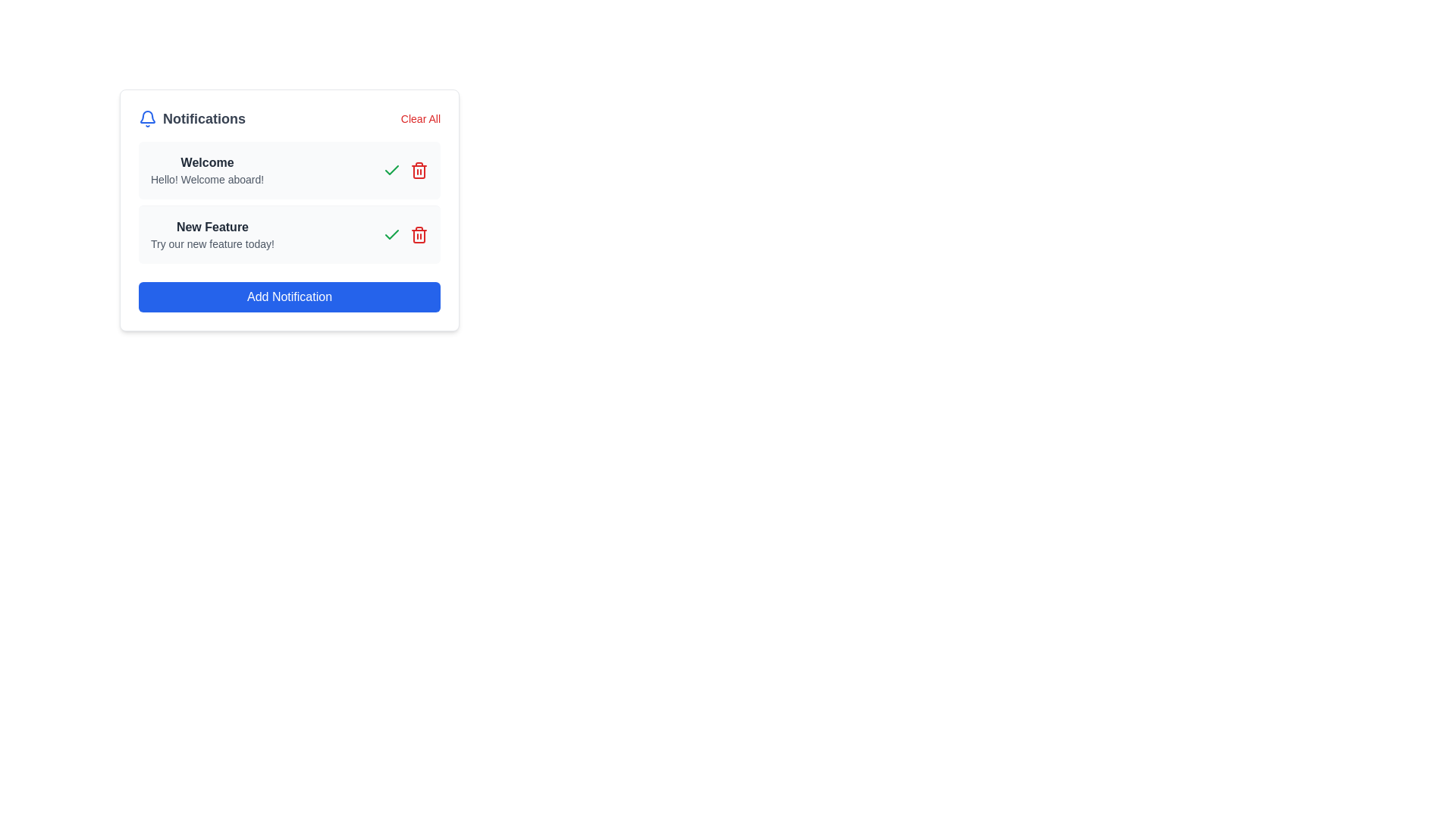 Image resolution: width=1456 pixels, height=819 pixels. What do you see at coordinates (212, 227) in the screenshot?
I see `the title text label of the notification that summarizes the message, which is located above the text block reading 'Try our new feature today!', in the notification panel` at bounding box center [212, 227].